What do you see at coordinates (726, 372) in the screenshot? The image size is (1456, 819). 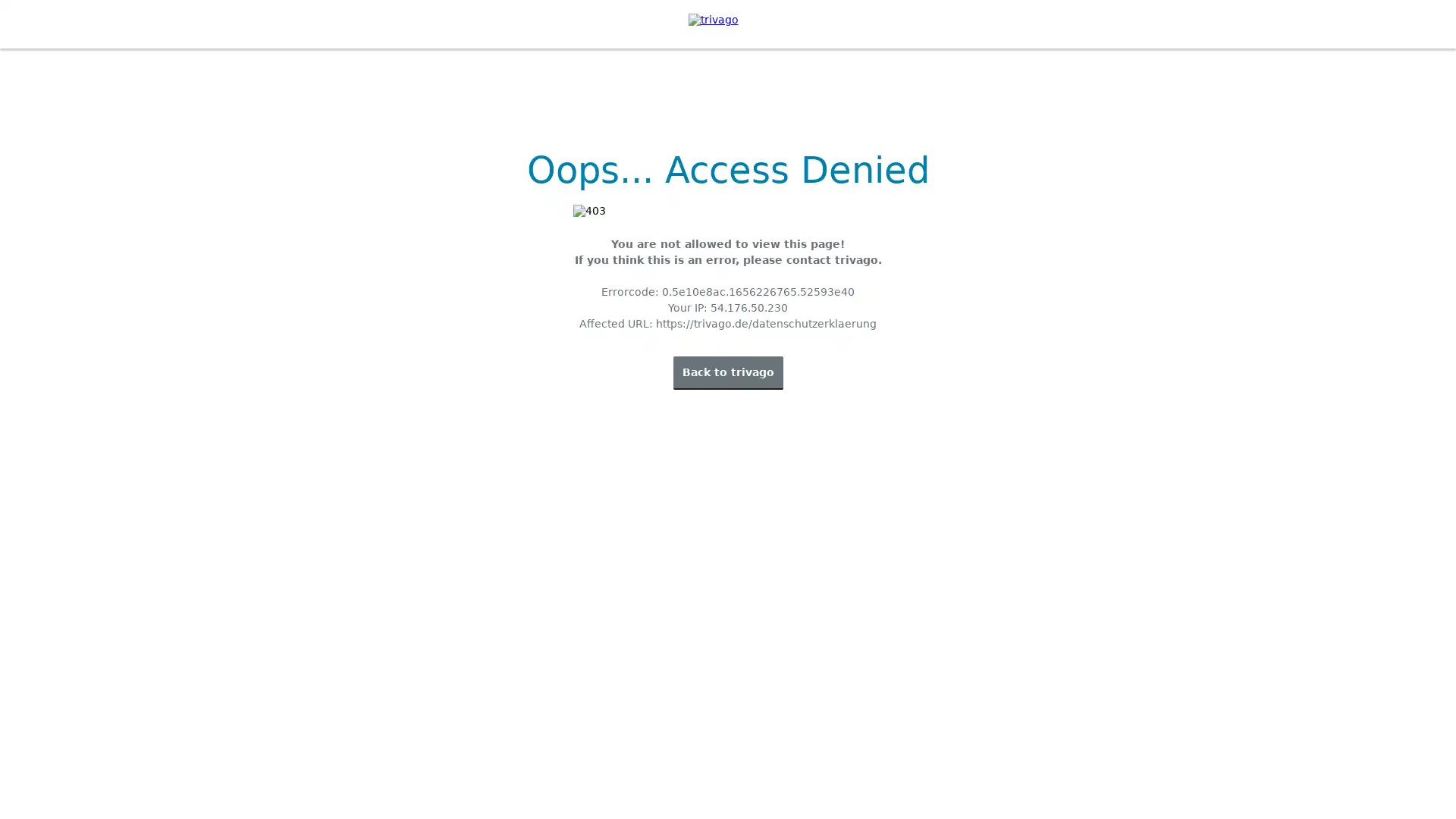 I see `Back to trivago` at bounding box center [726, 372].